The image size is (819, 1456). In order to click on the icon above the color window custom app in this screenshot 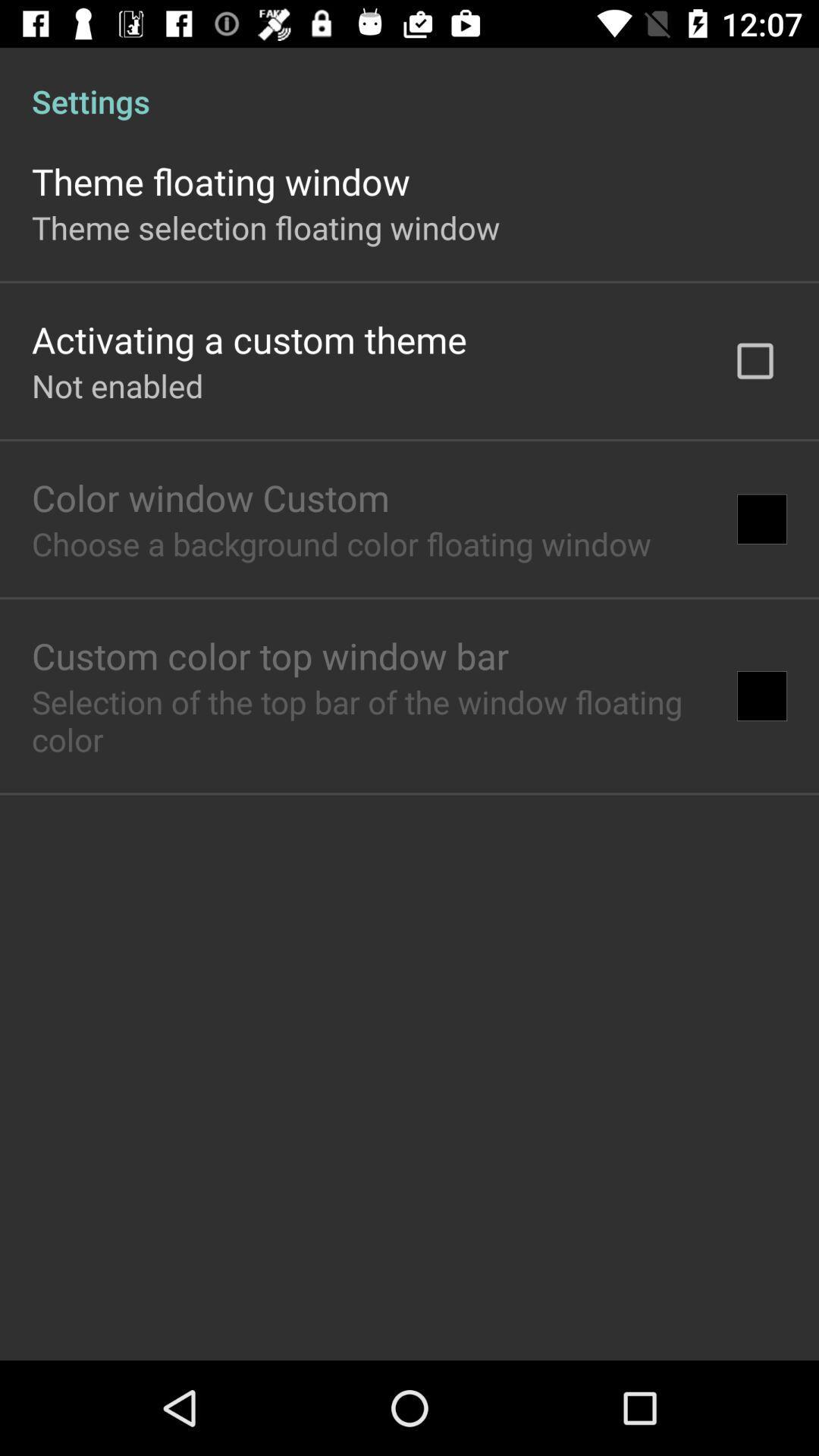, I will do `click(117, 385)`.